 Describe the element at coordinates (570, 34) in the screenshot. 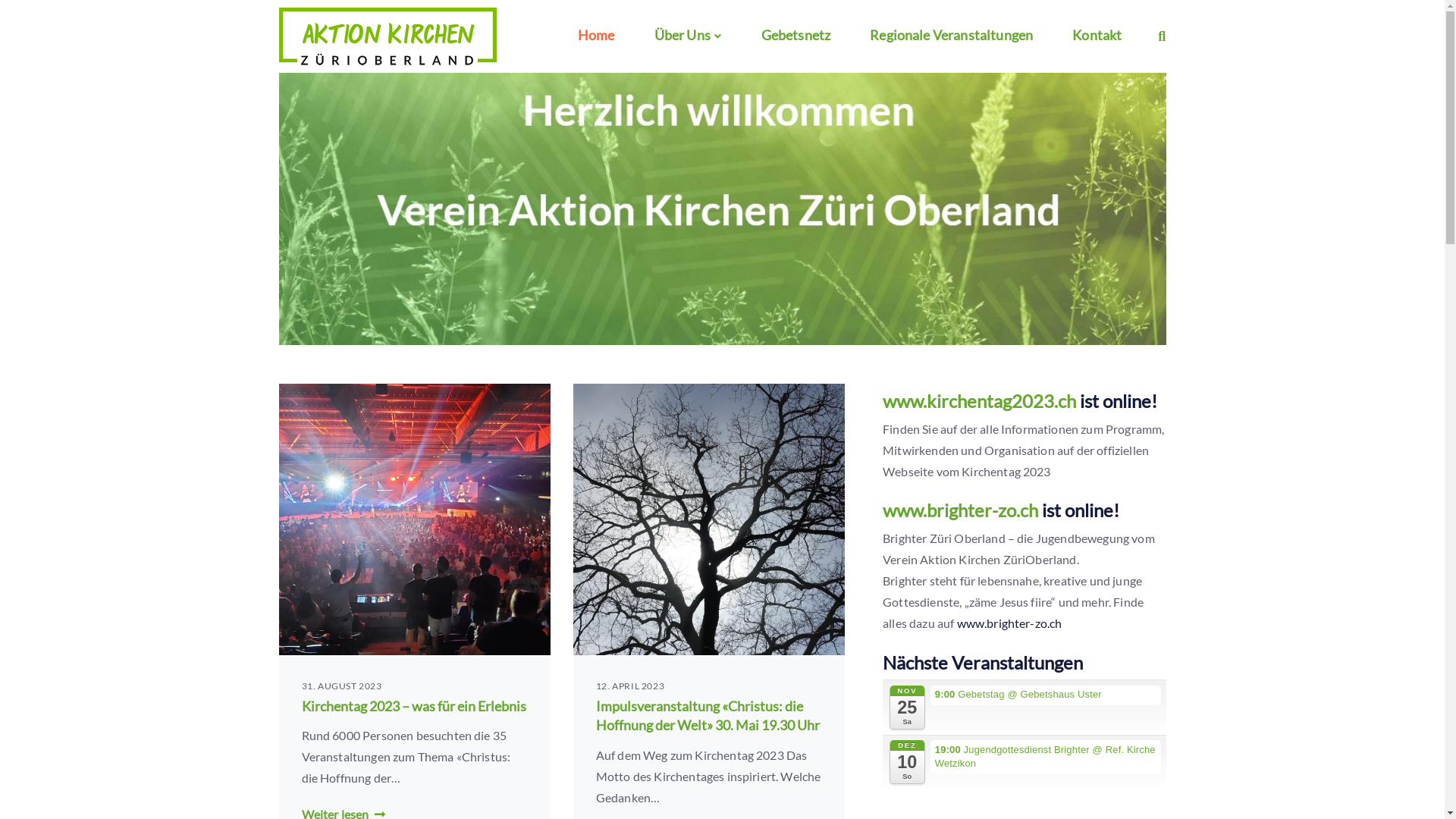

I see `'Home'` at that location.